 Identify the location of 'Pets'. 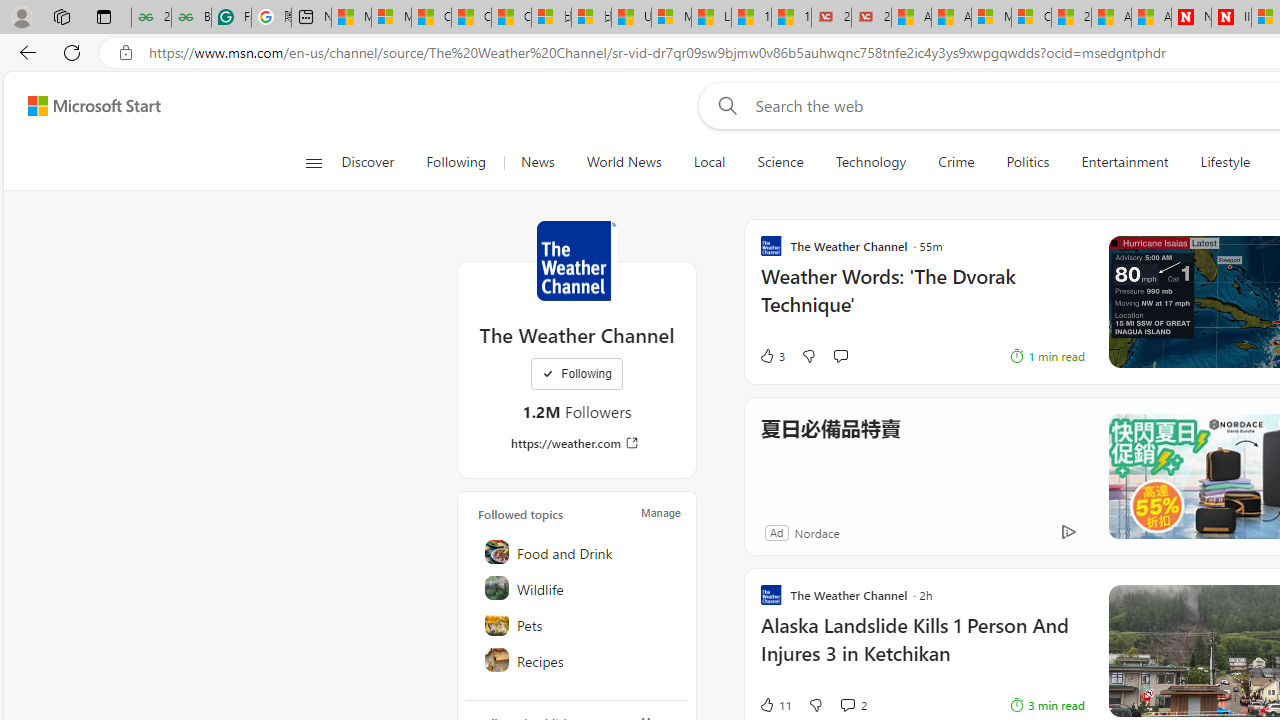
(577, 622).